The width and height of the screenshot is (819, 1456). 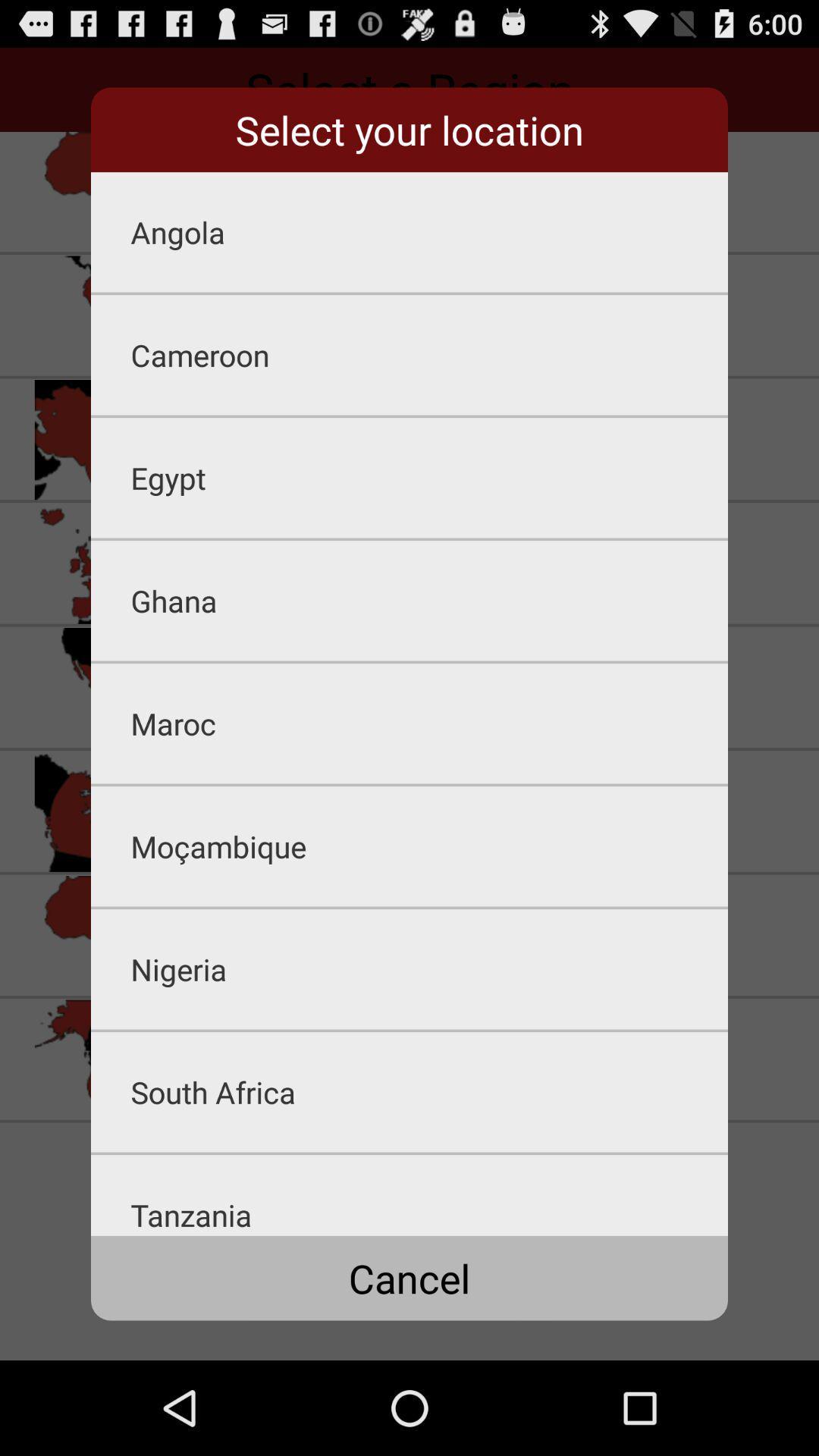 I want to click on icon below the select your location app, so click(x=429, y=231).